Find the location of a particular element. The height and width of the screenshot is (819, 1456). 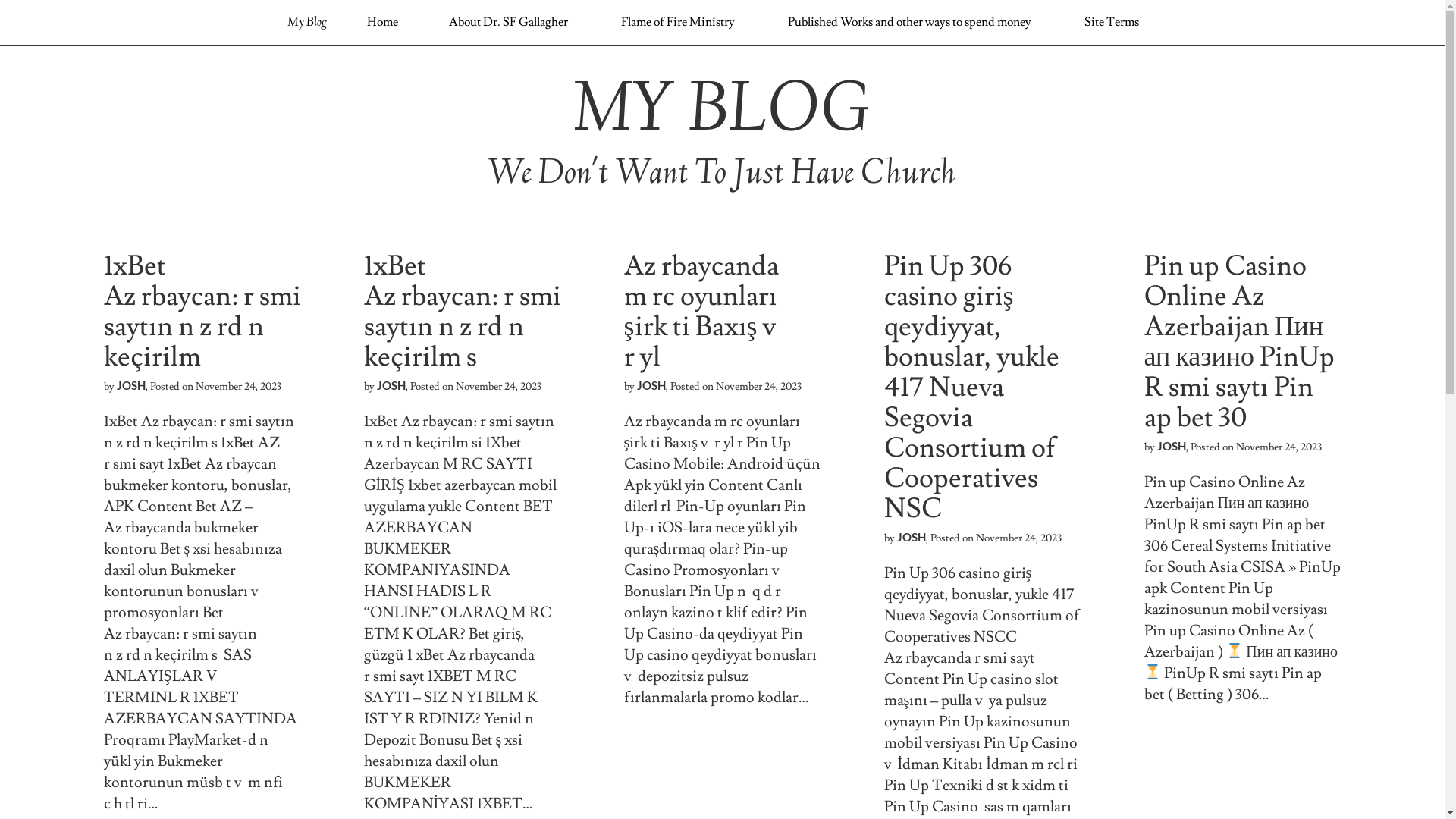

'About Dr. SF Gallagher' is located at coordinates (508, 22).